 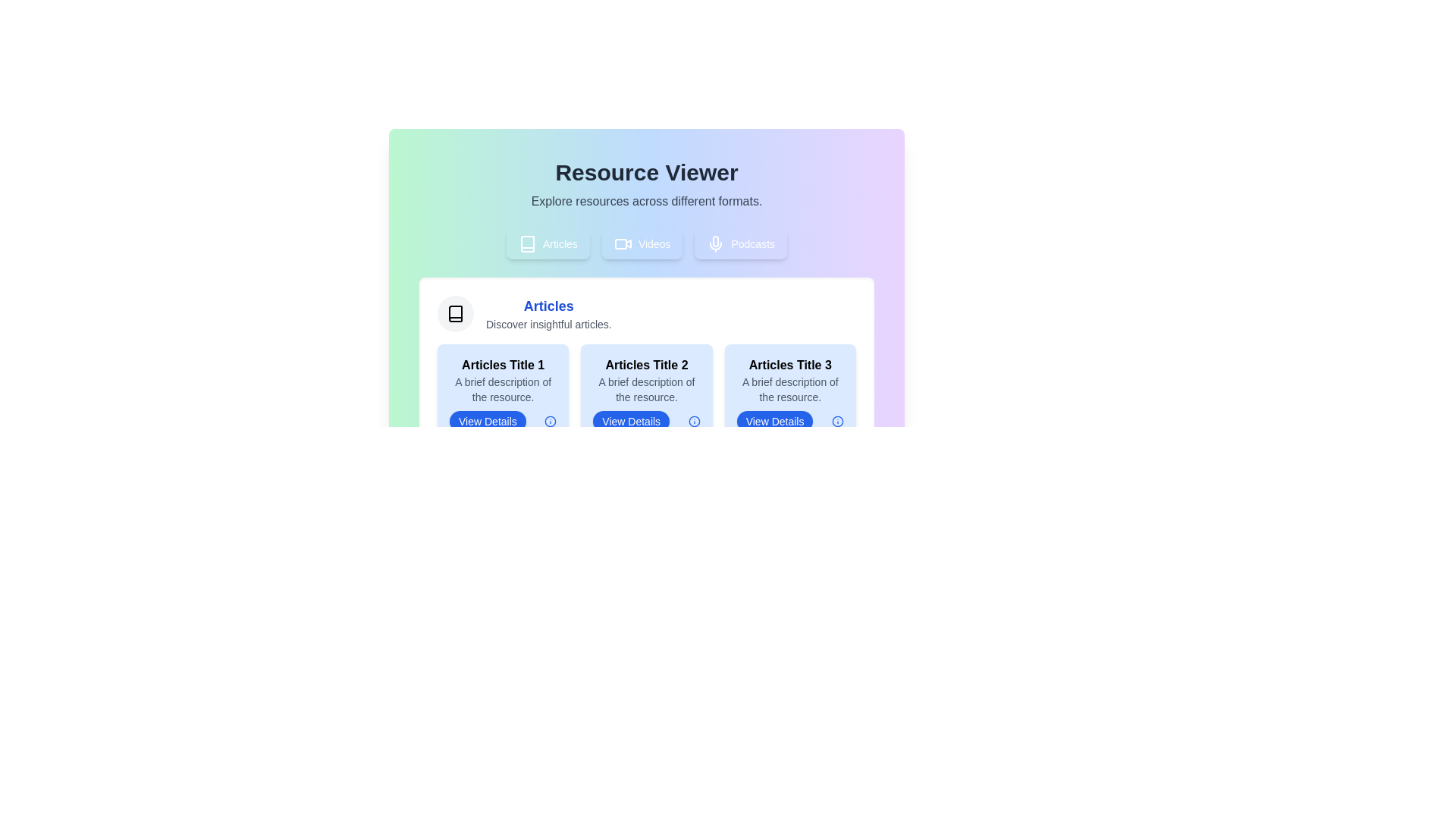 What do you see at coordinates (693, 421) in the screenshot?
I see `the blue circular informational icon within the 'View Details' button of the second card ('Articles Title 2')` at bounding box center [693, 421].